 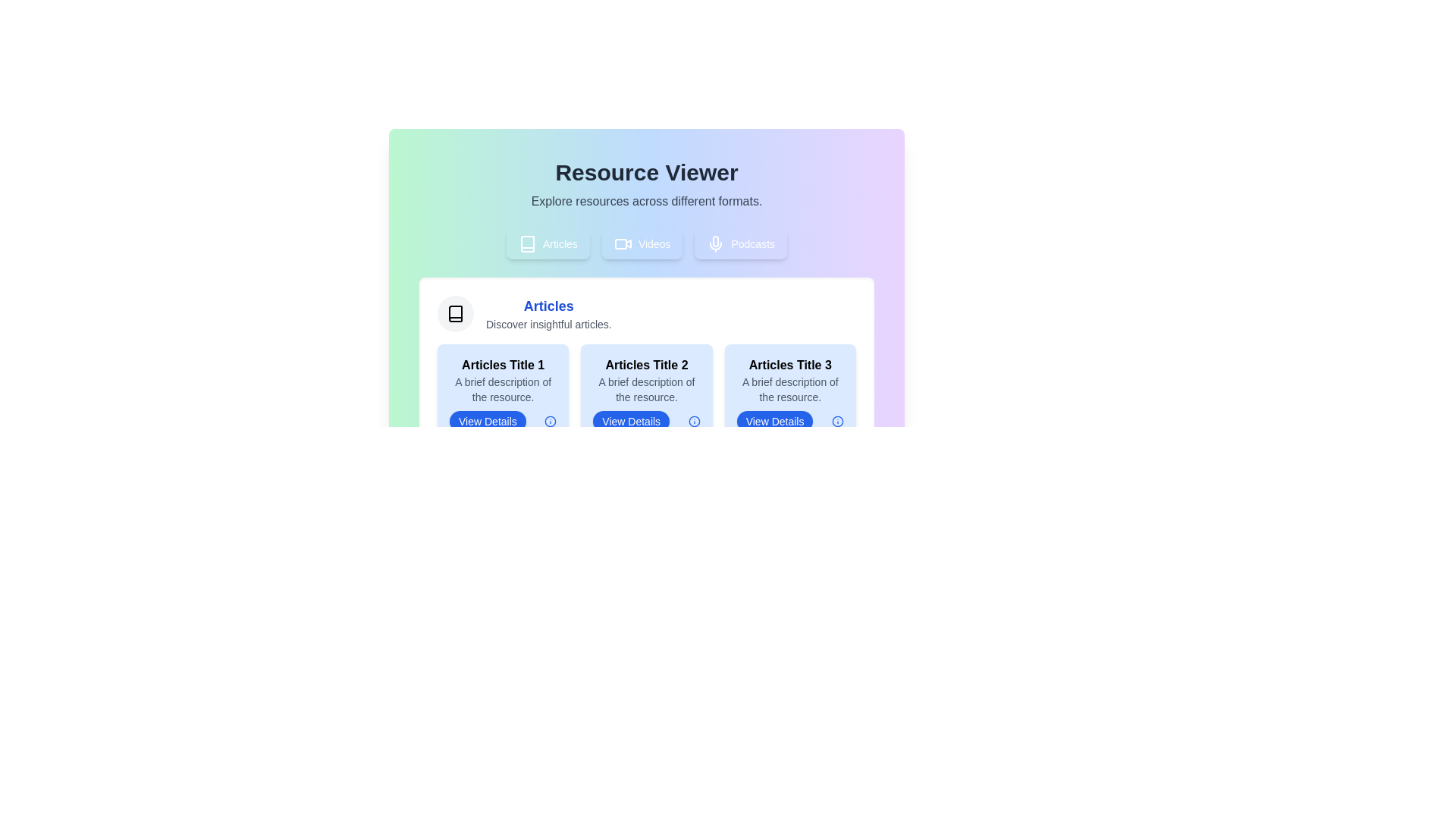 What do you see at coordinates (693, 421) in the screenshot?
I see `the blue circular informational icon within the 'View Details' button of the second card ('Articles Title 2')` at bounding box center [693, 421].